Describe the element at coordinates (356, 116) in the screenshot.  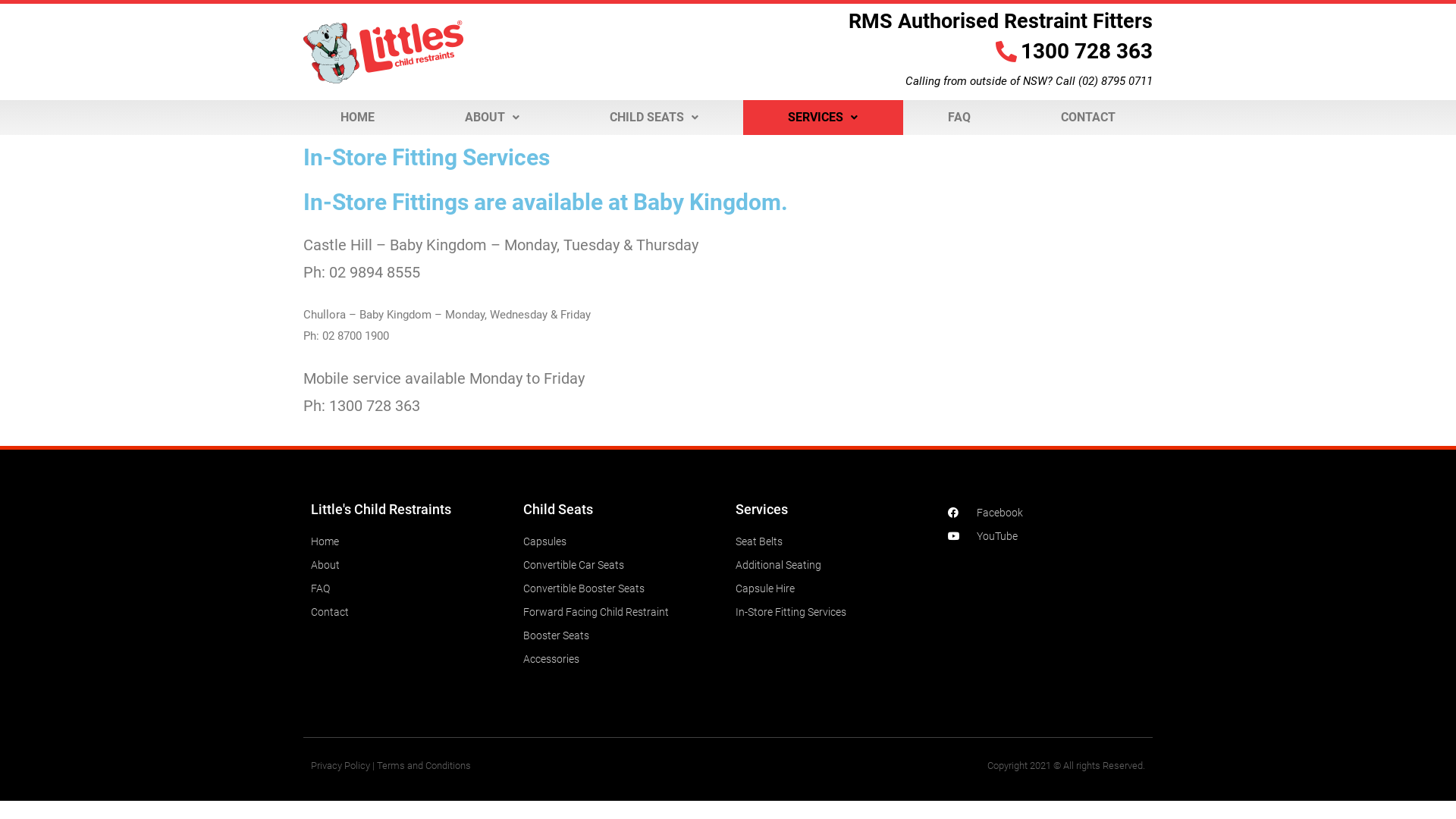
I see `'HOME'` at that location.